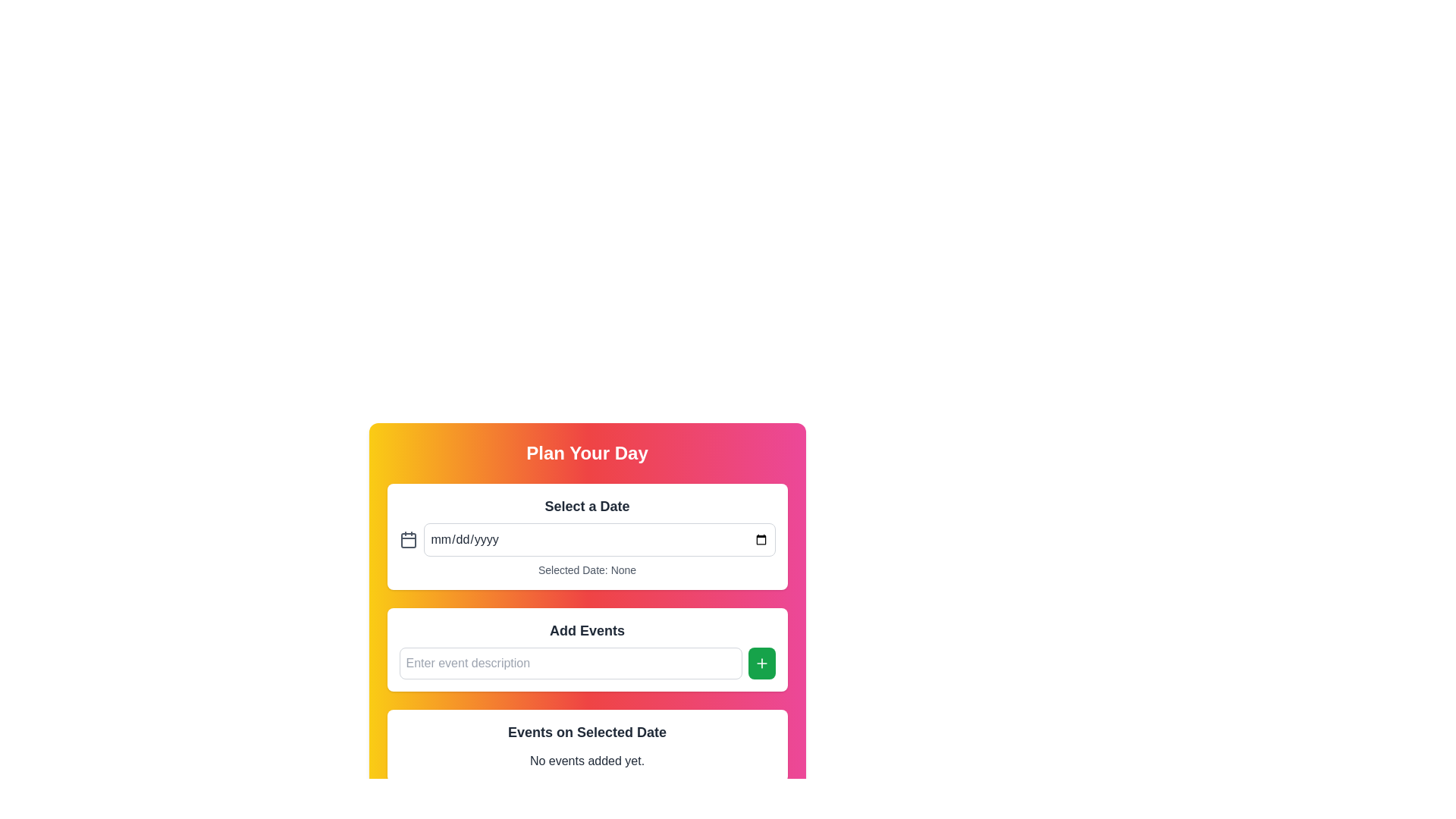 The image size is (1456, 819). Describe the element at coordinates (408, 540) in the screenshot. I see `the central area of the SVG graphical rectangle representing the date or content area of the calendar icon, which is located to the left of the 'Select a Date' input field` at that location.